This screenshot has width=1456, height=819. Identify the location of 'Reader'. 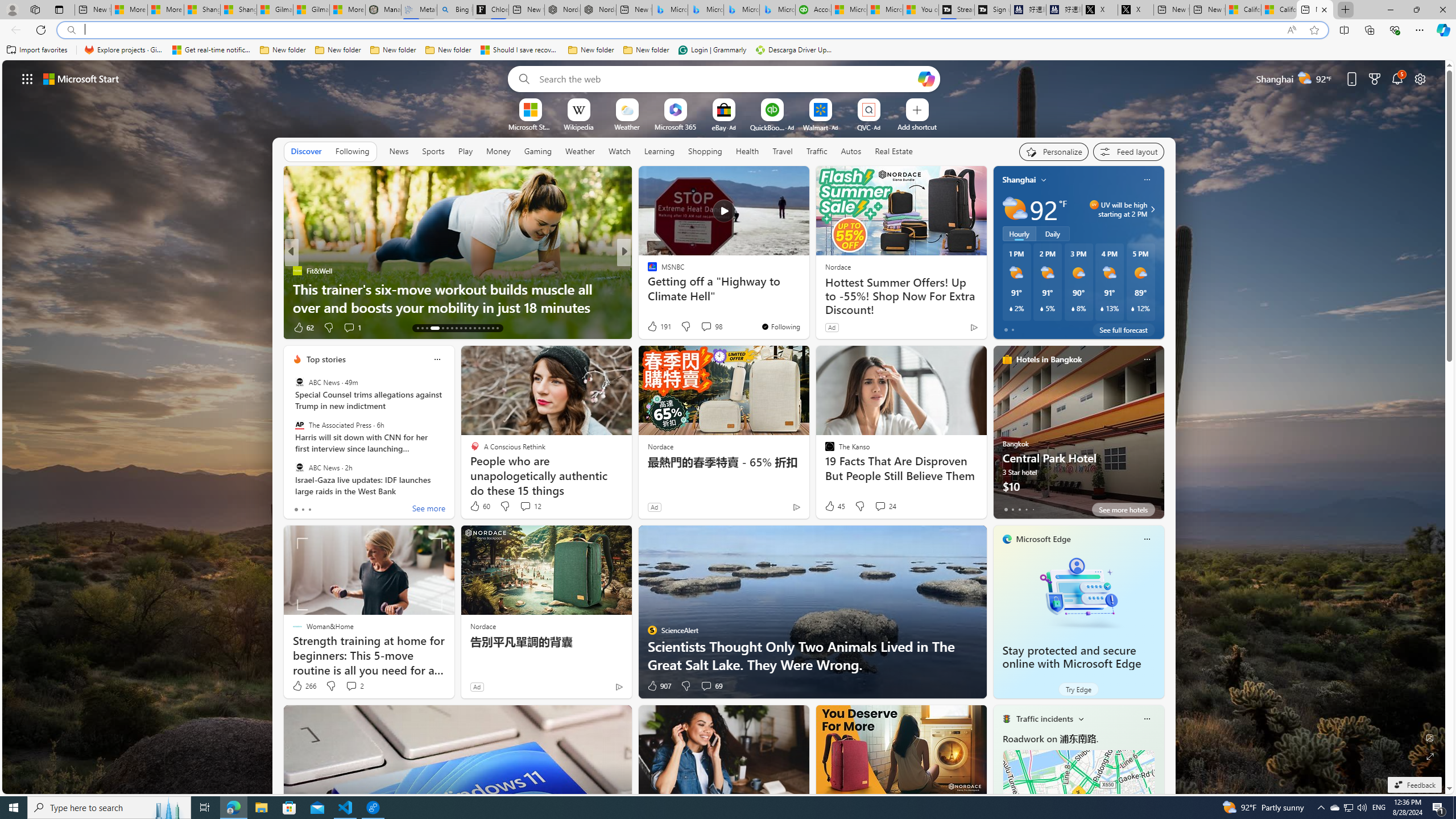
(647, 270).